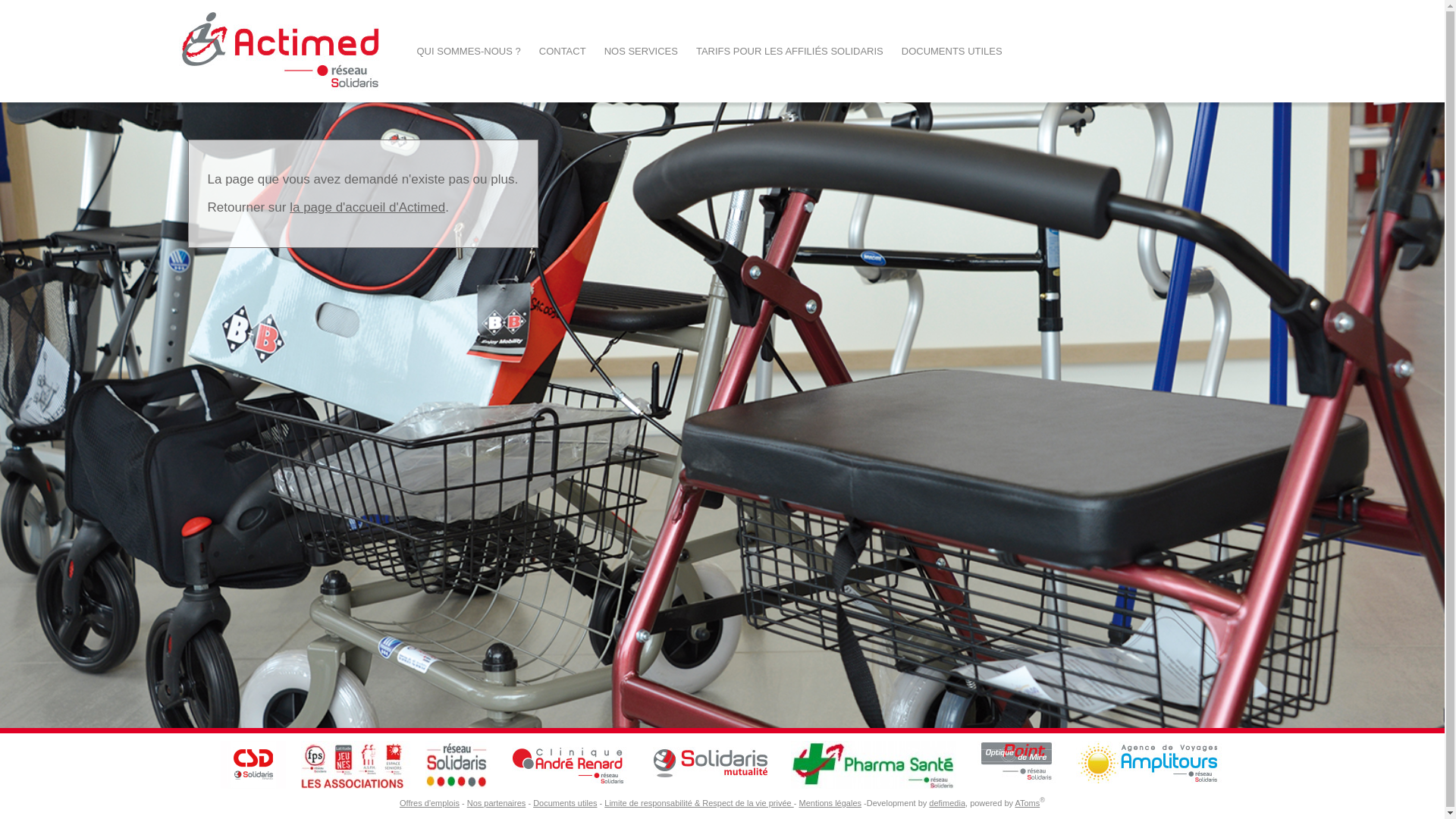 The image size is (1456, 819). What do you see at coordinates (1015, 802) in the screenshot?
I see `'AToms'` at bounding box center [1015, 802].